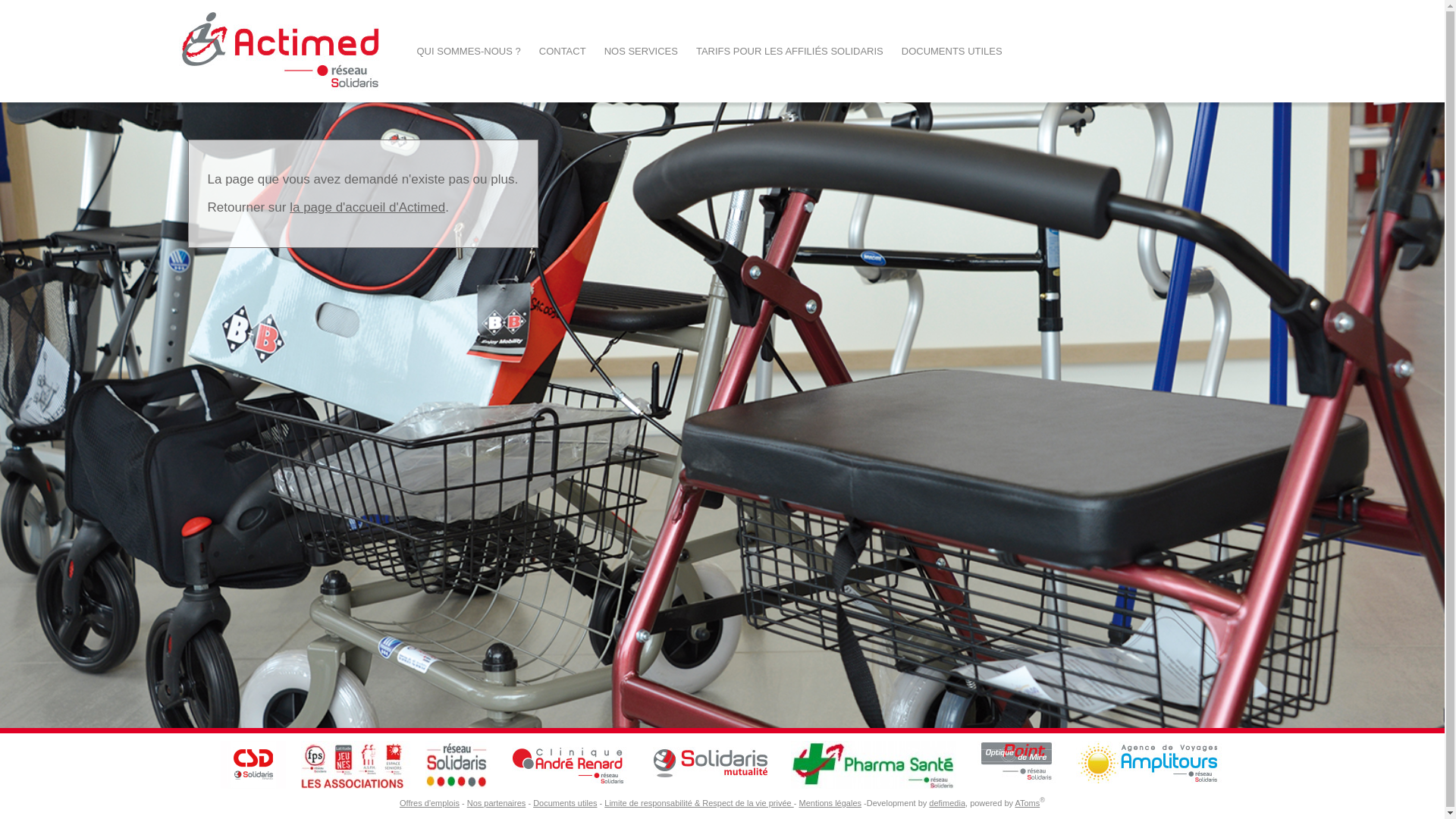 The image size is (1456, 819). What do you see at coordinates (1015, 802) in the screenshot?
I see `'AToms'` at bounding box center [1015, 802].